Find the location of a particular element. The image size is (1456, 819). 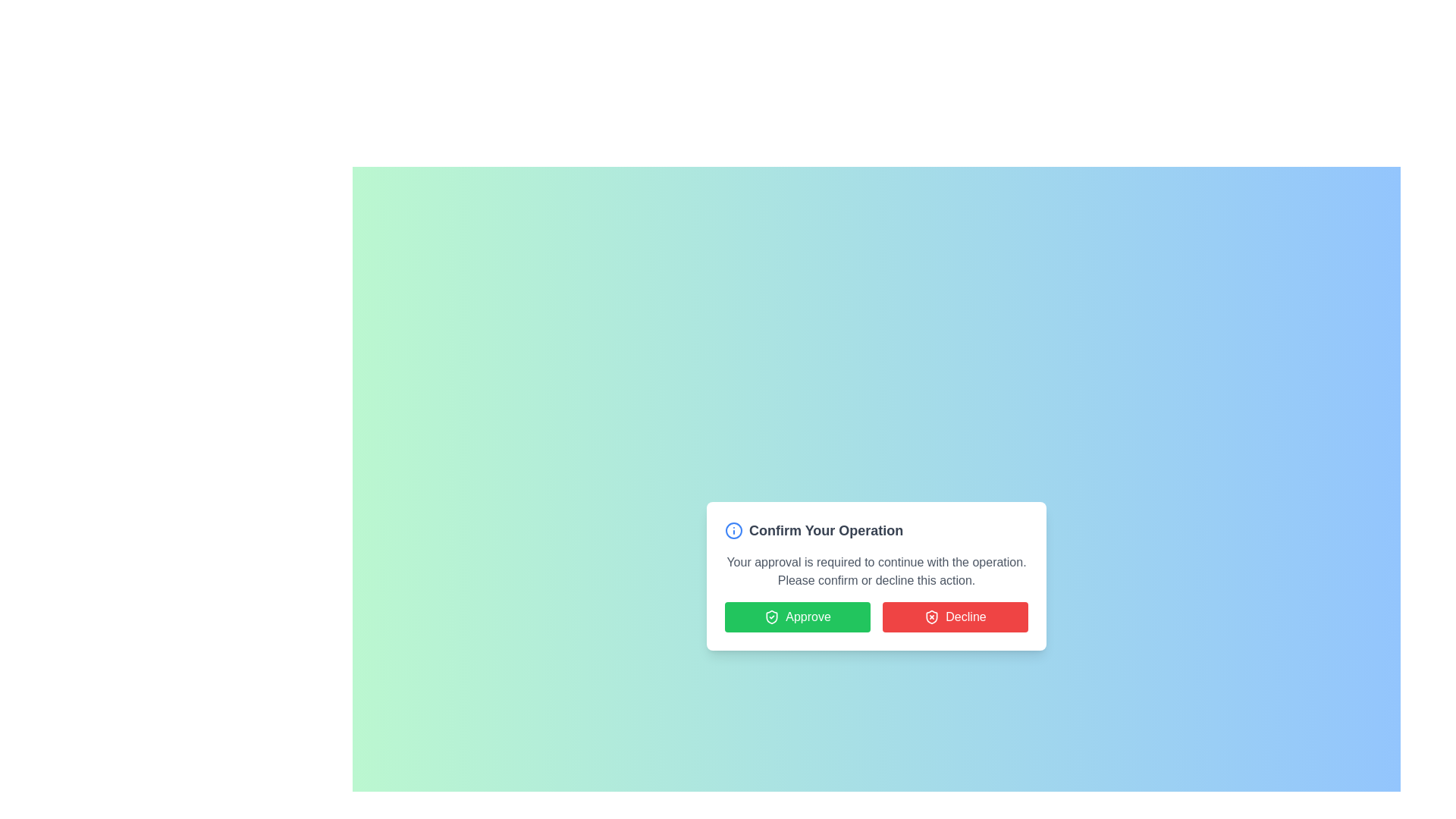

the visual representation of the graphic/icon element that symbolizes acceptance or approval, located within the green 'Approve' button in the bottom-left section of the dialog box is located at coordinates (772, 617).